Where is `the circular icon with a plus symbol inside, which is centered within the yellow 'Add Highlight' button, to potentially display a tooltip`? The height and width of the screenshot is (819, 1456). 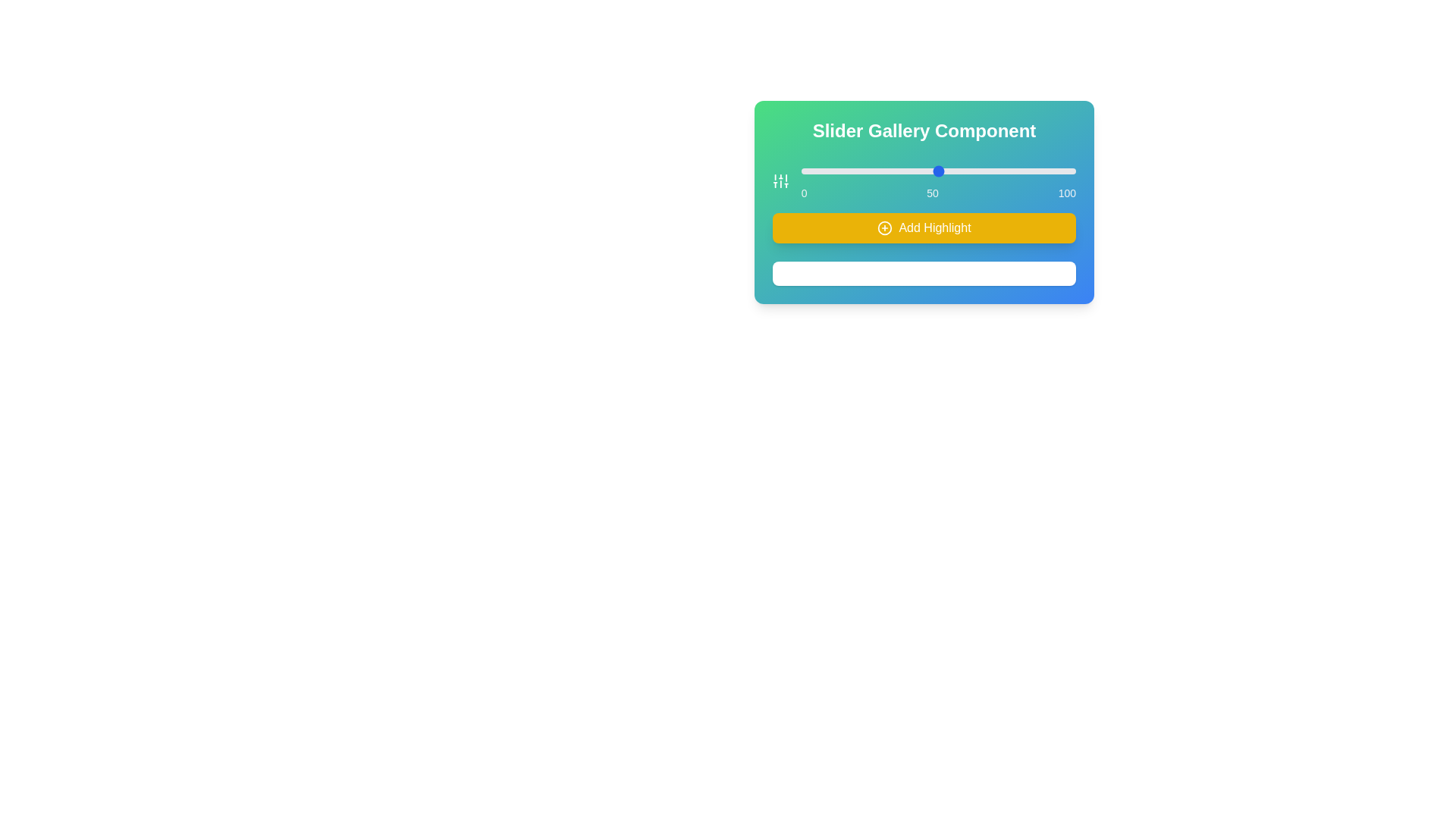 the circular icon with a plus symbol inside, which is centered within the yellow 'Add Highlight' button, to potentially display a tooltip is located at coordinates (885, 227).